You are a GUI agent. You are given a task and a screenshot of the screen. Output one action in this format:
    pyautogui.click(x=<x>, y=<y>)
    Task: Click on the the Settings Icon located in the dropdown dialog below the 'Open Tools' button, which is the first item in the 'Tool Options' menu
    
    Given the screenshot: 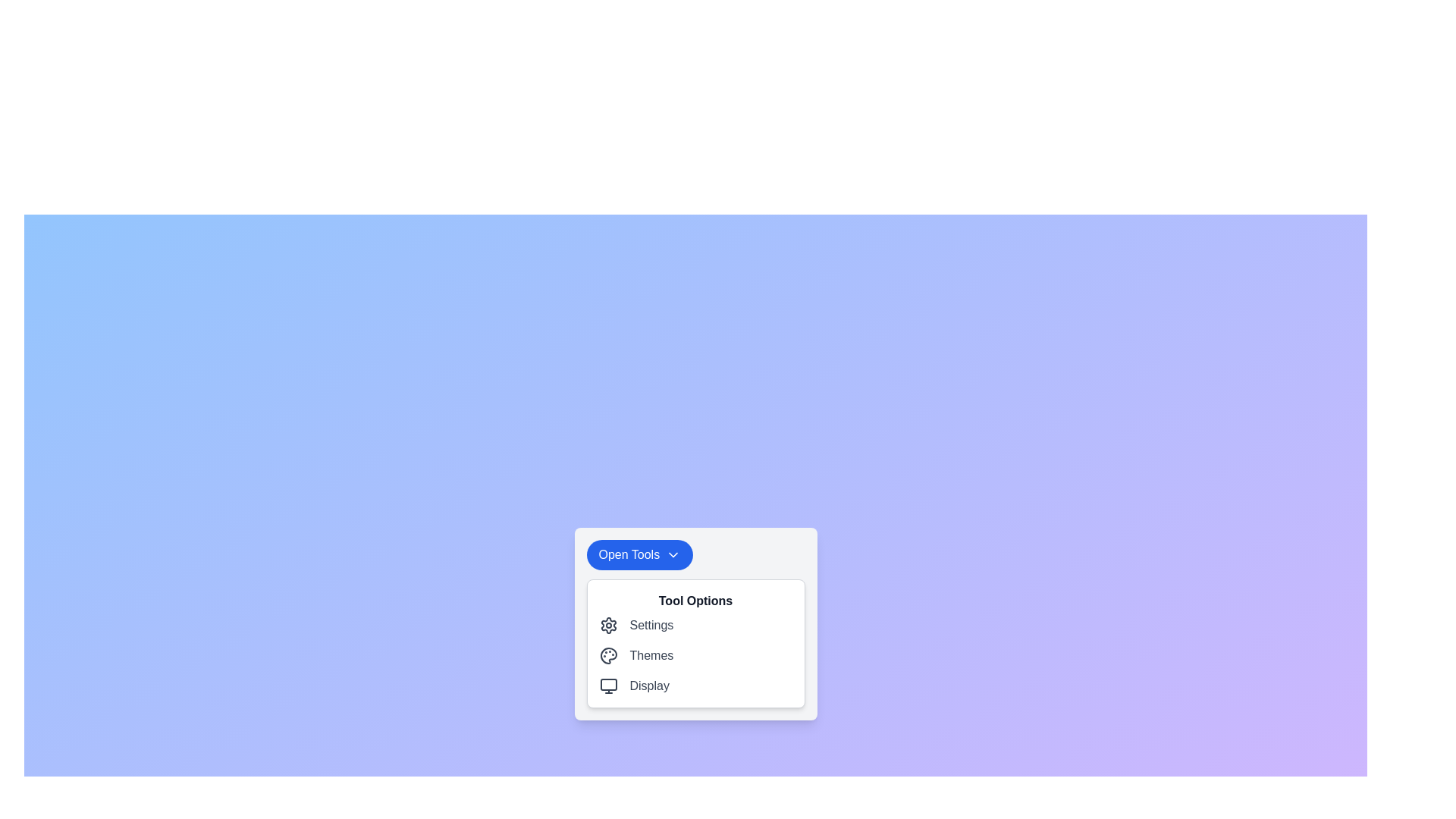 What is the action you would take?
    pyautogui.click(x=608, y=626)
    